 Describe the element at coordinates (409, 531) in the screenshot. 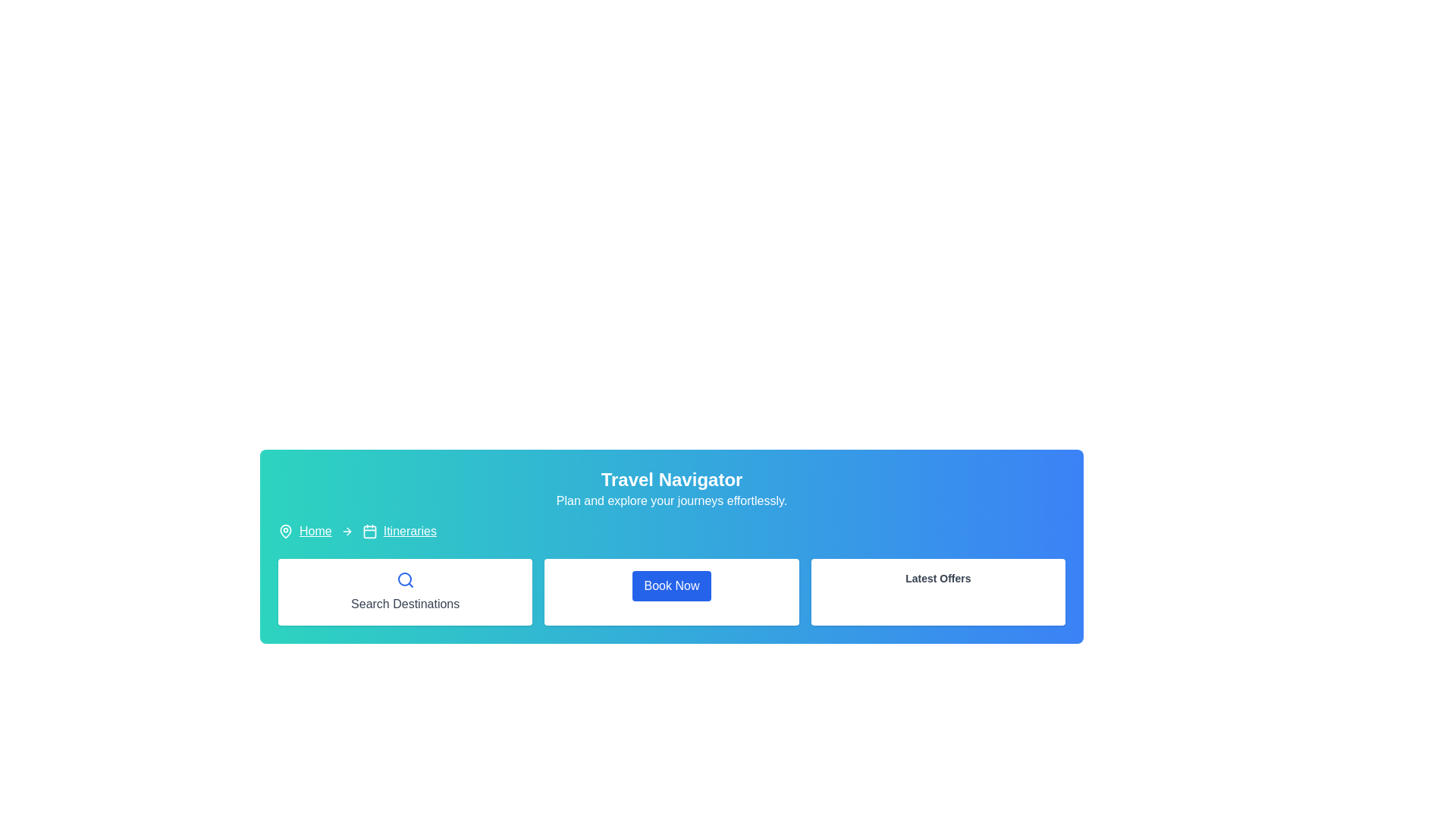

I see `the navigational hyperlink positioned to the right of the calendar icon in the horizontal navigation bar at the bottom of the header section` at that location.